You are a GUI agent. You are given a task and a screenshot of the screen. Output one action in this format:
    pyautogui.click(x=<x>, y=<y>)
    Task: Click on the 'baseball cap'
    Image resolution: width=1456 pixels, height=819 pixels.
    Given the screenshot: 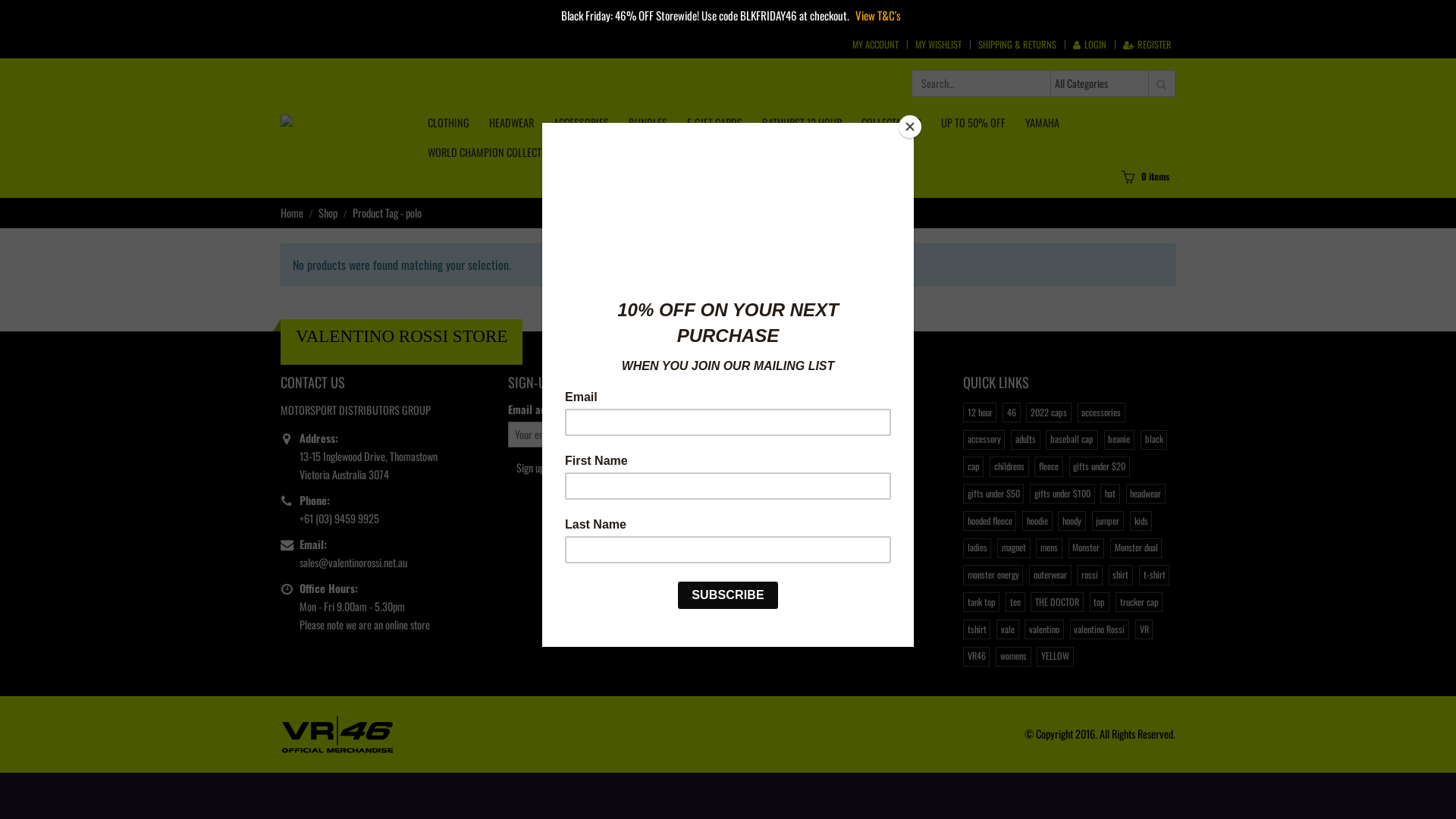 What is the action you would take?
    pyautogui.click(x=1070, y=439)
    